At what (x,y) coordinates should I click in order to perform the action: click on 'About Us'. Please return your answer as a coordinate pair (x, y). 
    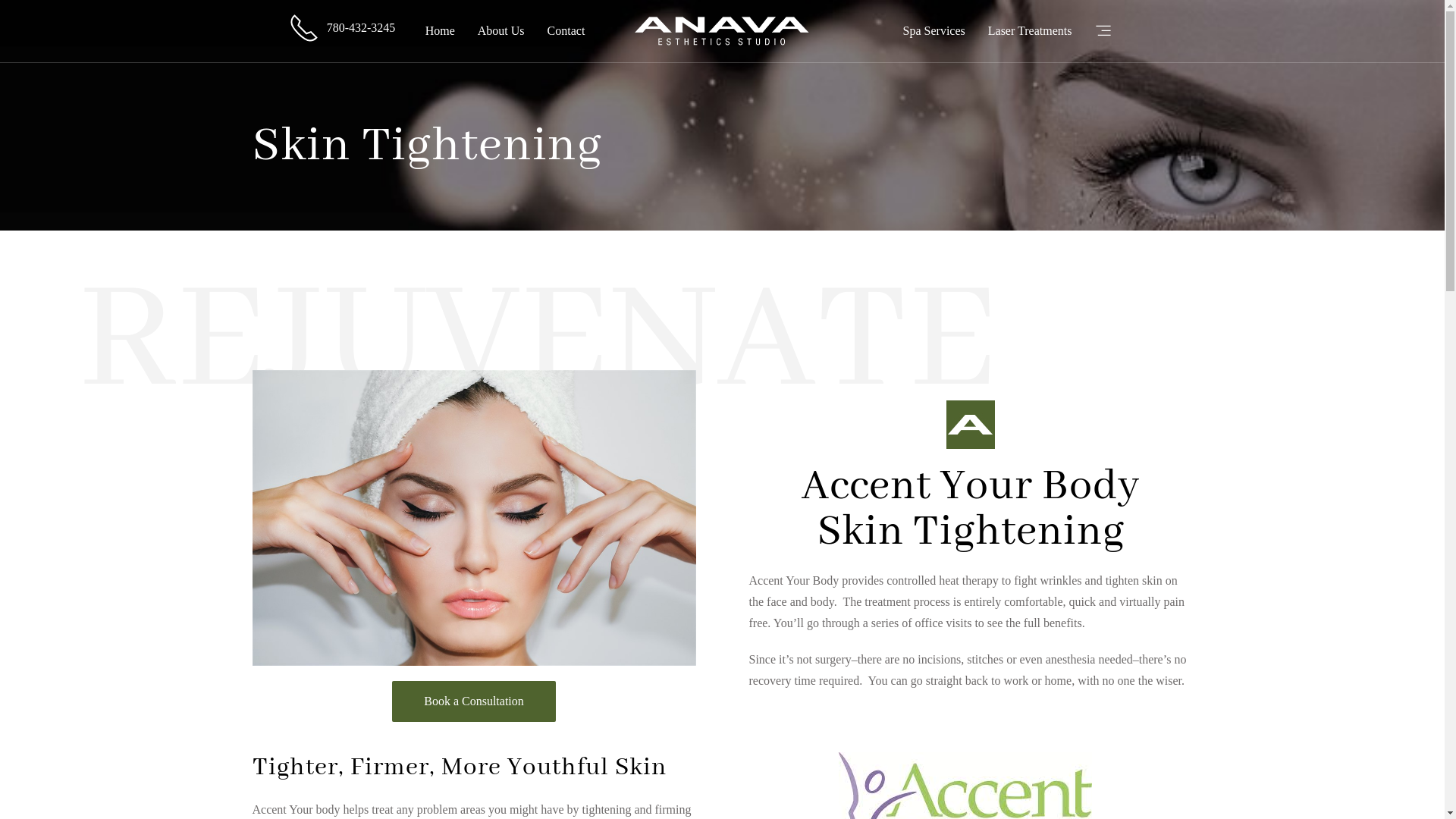
    Looking at the image, I should click on (501, 31).